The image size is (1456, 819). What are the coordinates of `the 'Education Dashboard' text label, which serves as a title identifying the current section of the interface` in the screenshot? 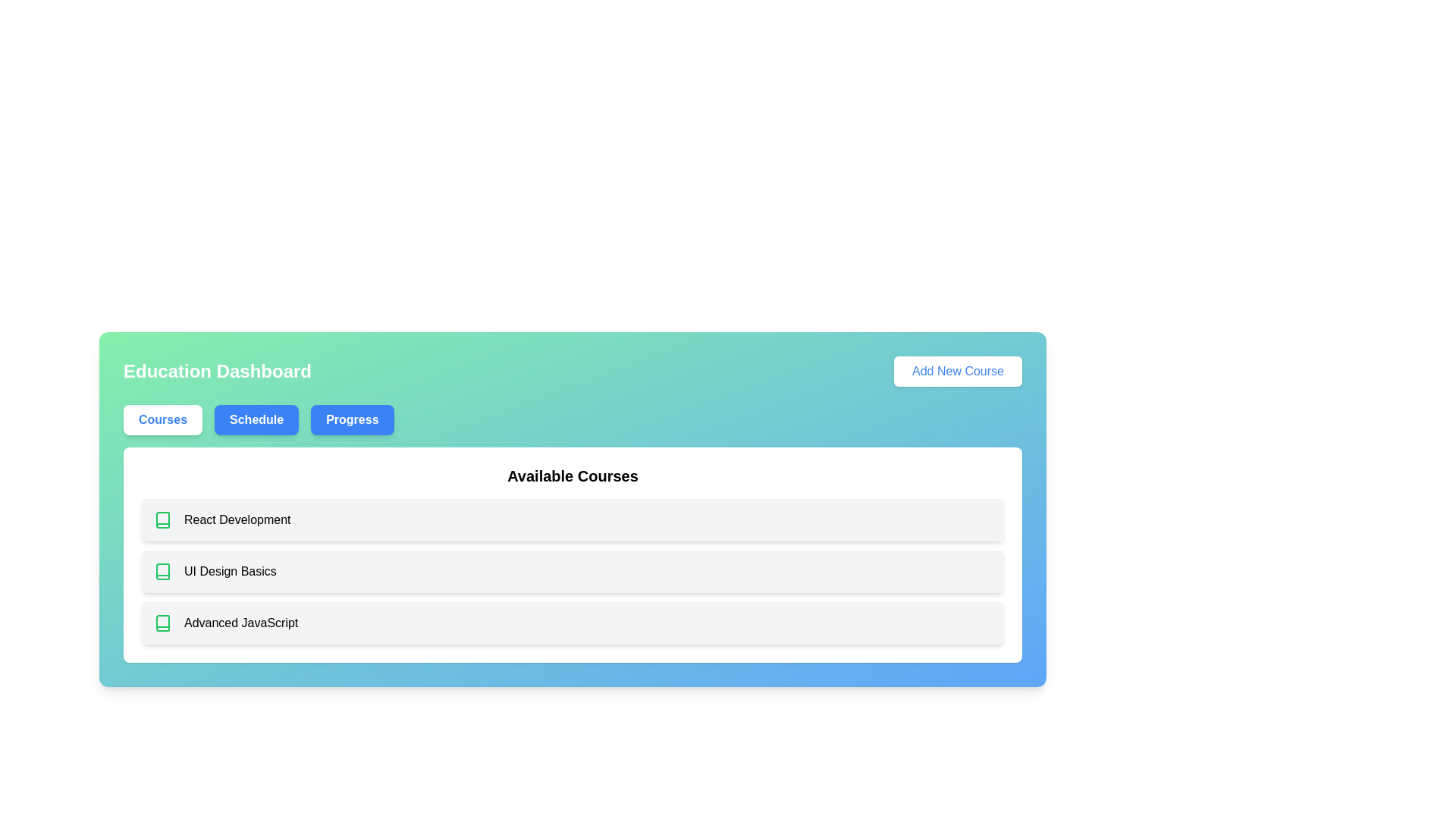 It's located at (217, 371).